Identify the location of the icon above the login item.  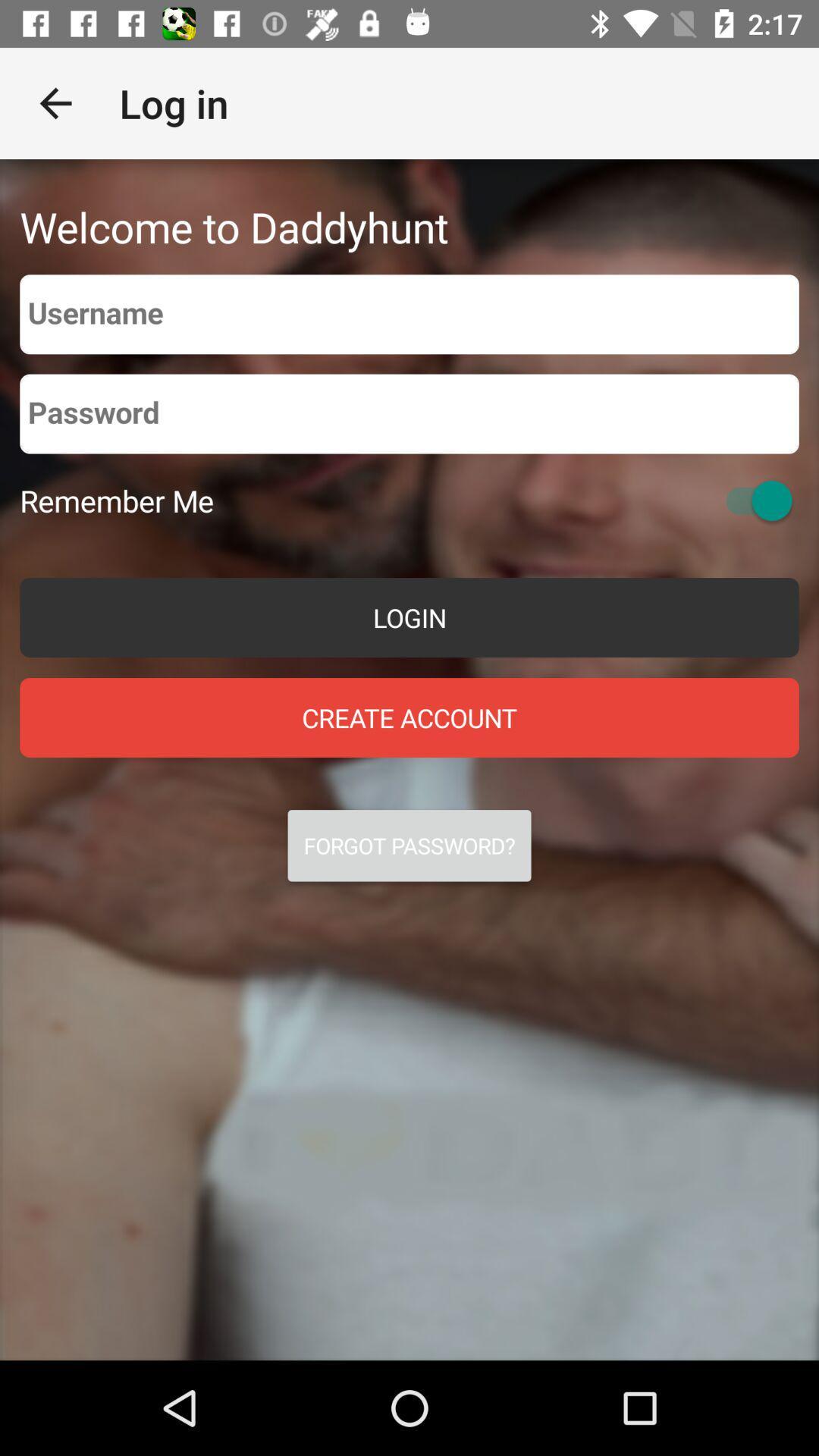
(116, 500).